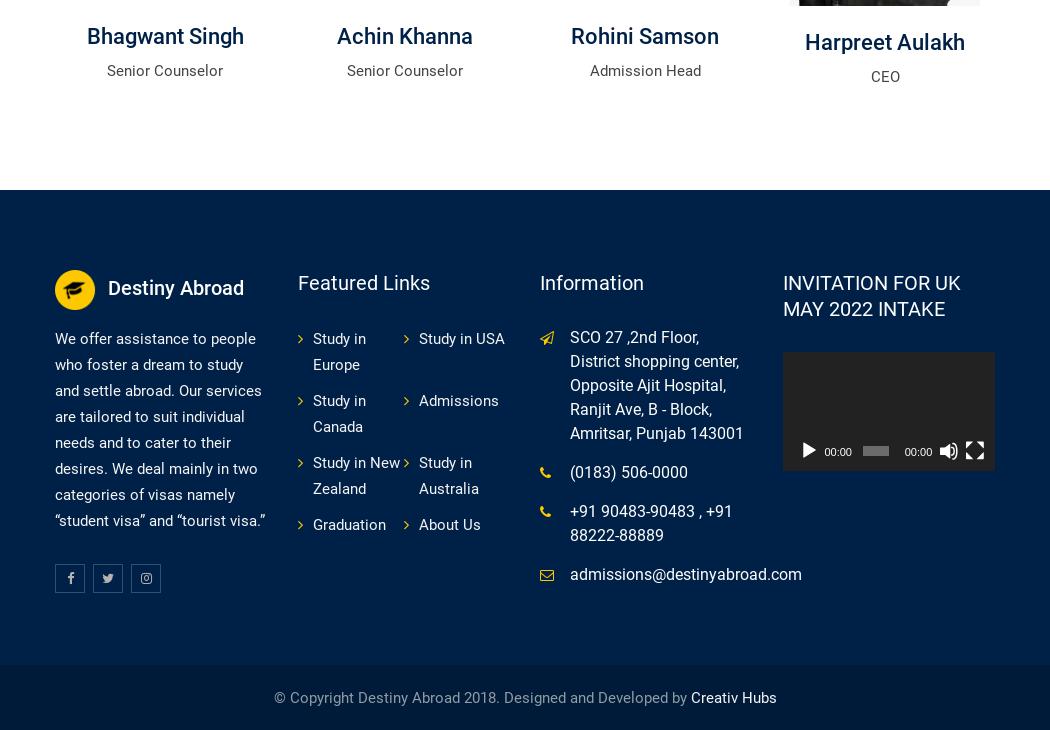  I want to click on 'Study in USA', so click(417, 337).